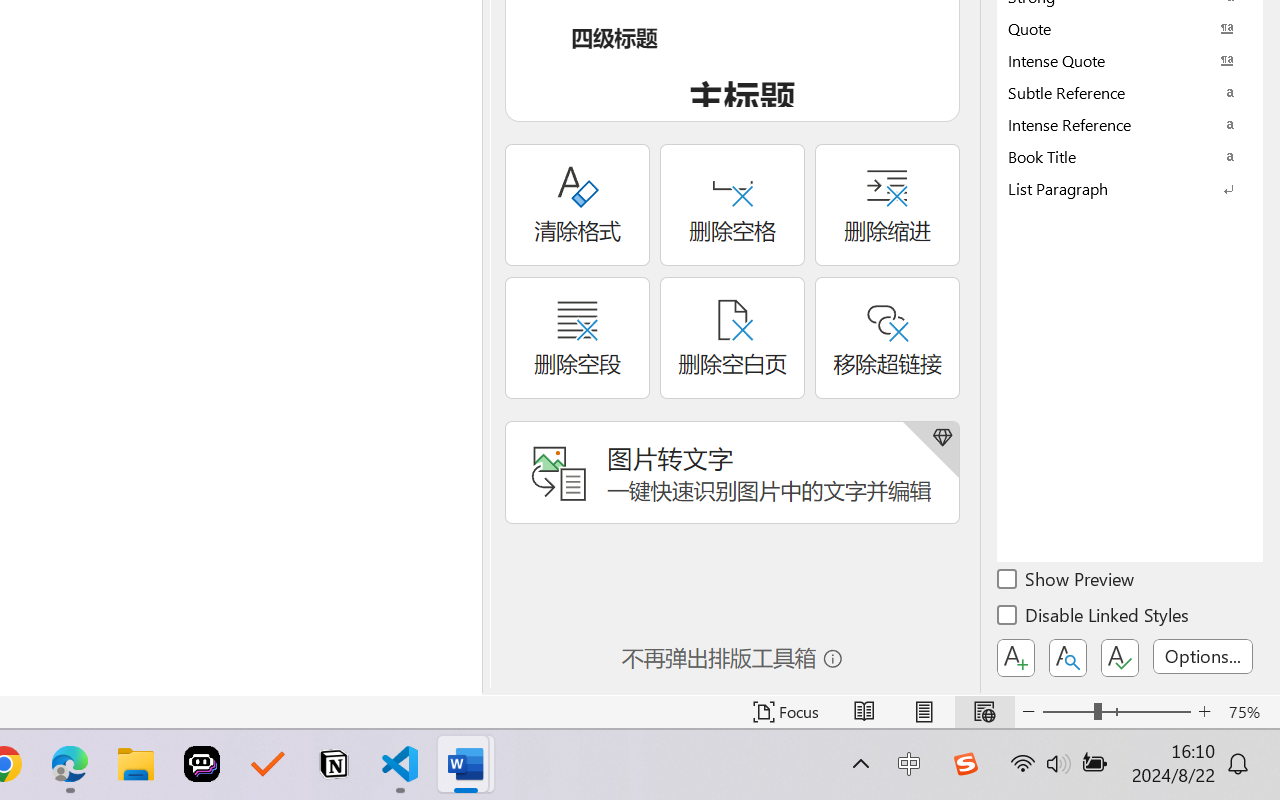 The image size is (1280, 800). What do you see at coordinates (1067, 711) in the screenshot?
I see `'Zoom Out'` at bounding box center [1067, 711].